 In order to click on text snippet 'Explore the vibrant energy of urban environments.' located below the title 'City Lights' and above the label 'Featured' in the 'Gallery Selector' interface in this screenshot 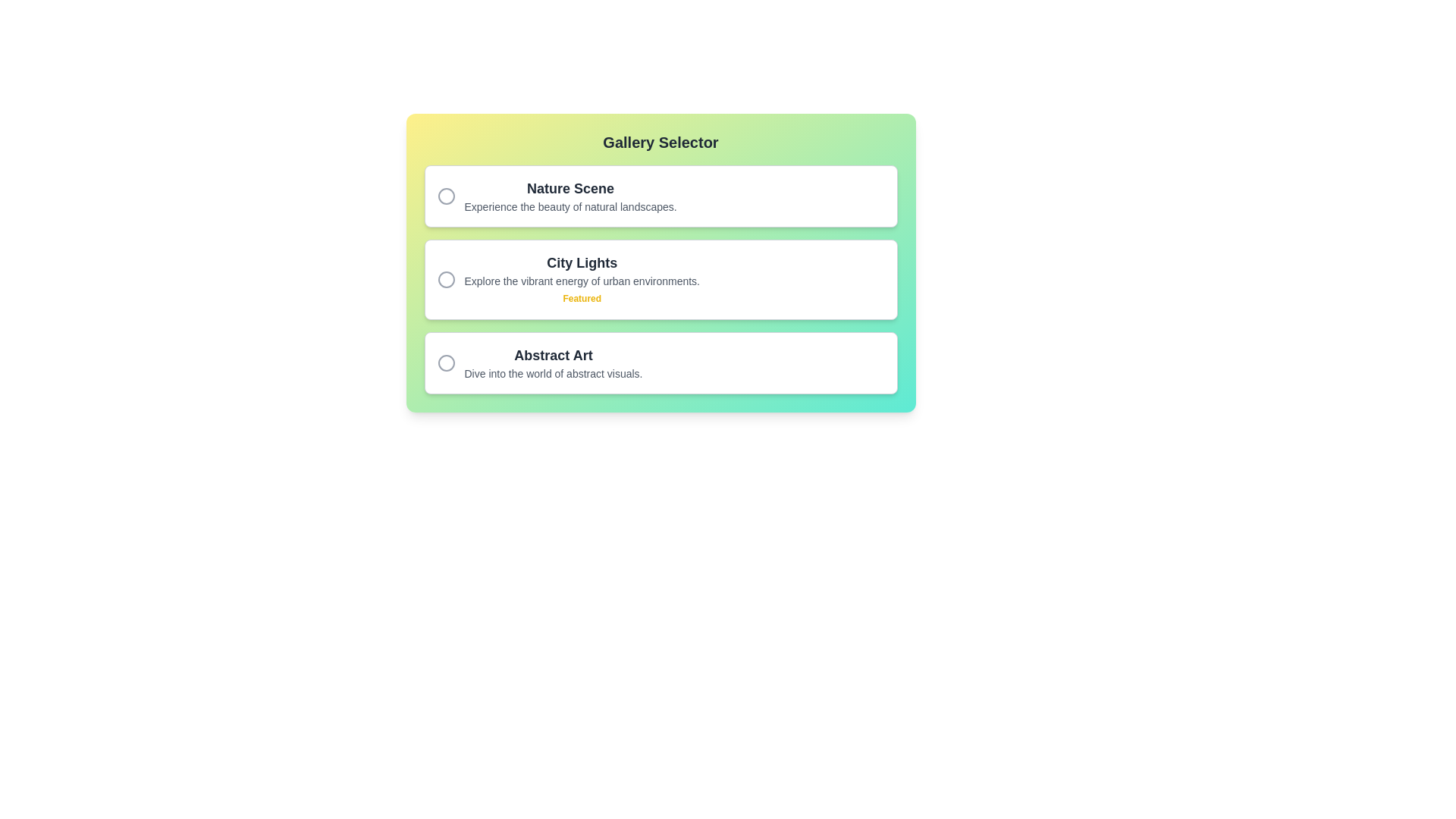, I will do `click(581, 281)`.